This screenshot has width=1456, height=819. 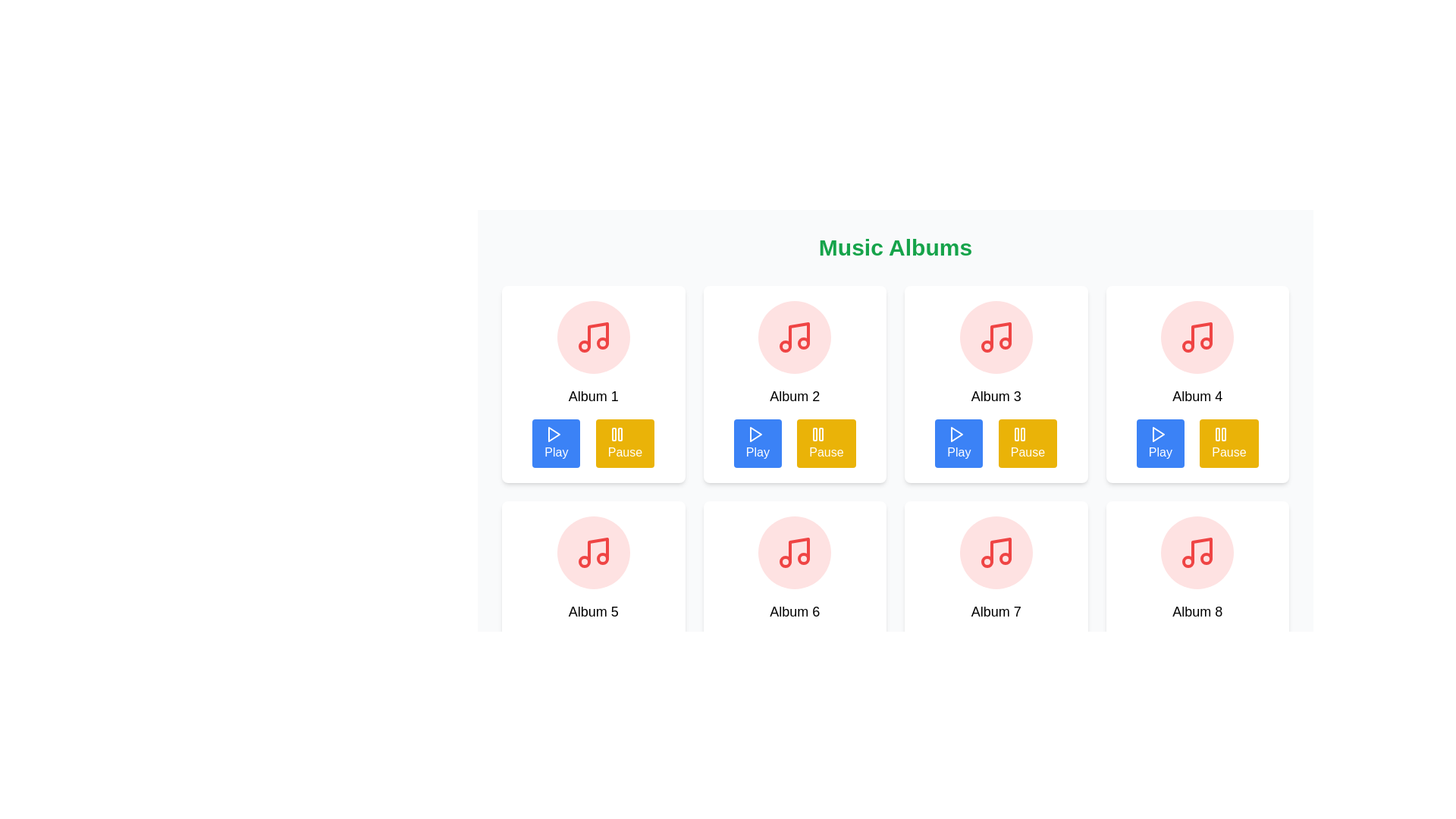 I want to click on the 'Pause' icon, which is a vertically aligned rectangular icon with two white bars on a yellow background, located in the fourth album's action area below the album thumbnail and to the right of the 'Play' button, so click(x=1221, y=435).